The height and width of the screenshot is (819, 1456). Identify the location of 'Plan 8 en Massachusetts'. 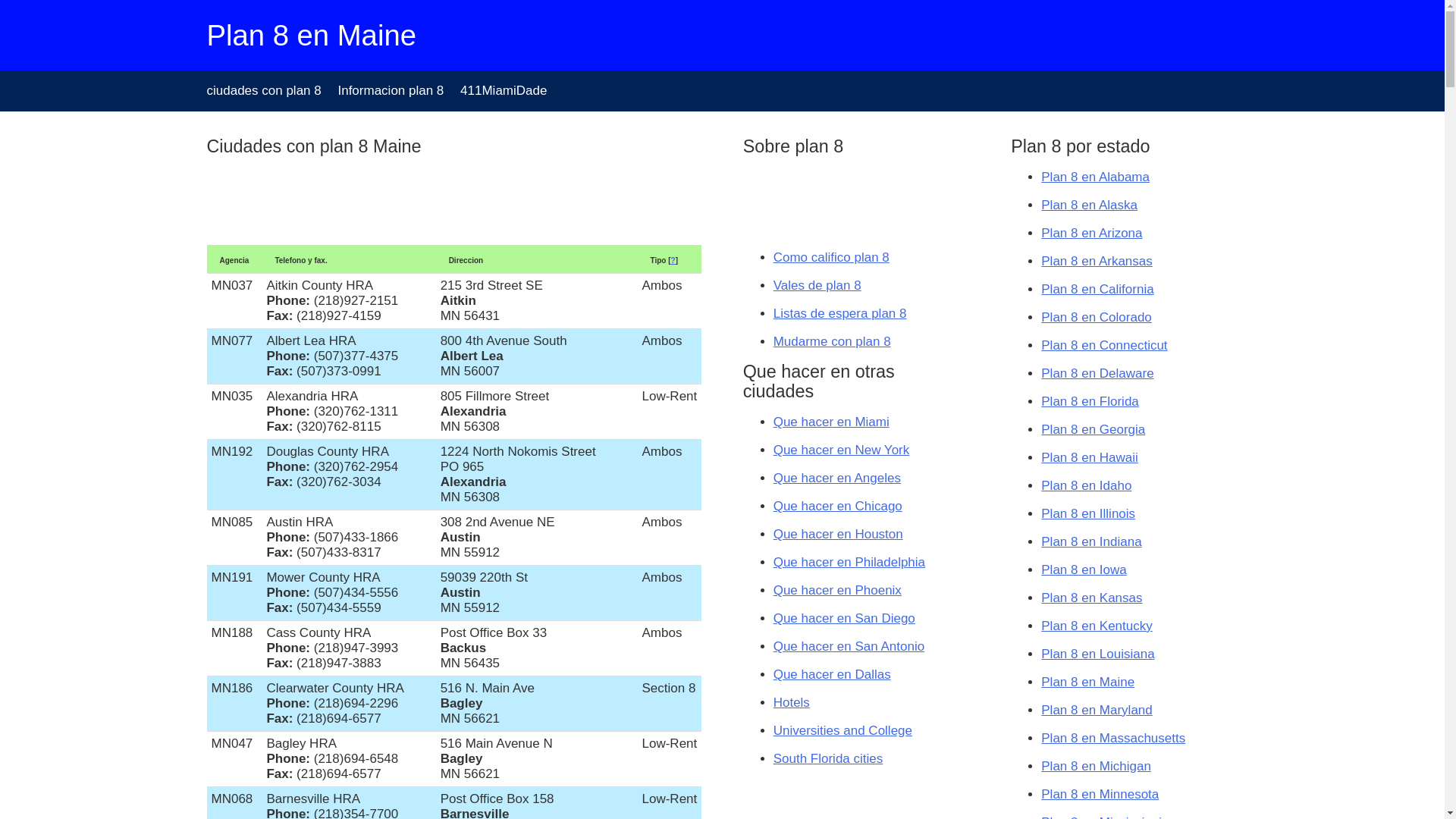
(1113, 737).